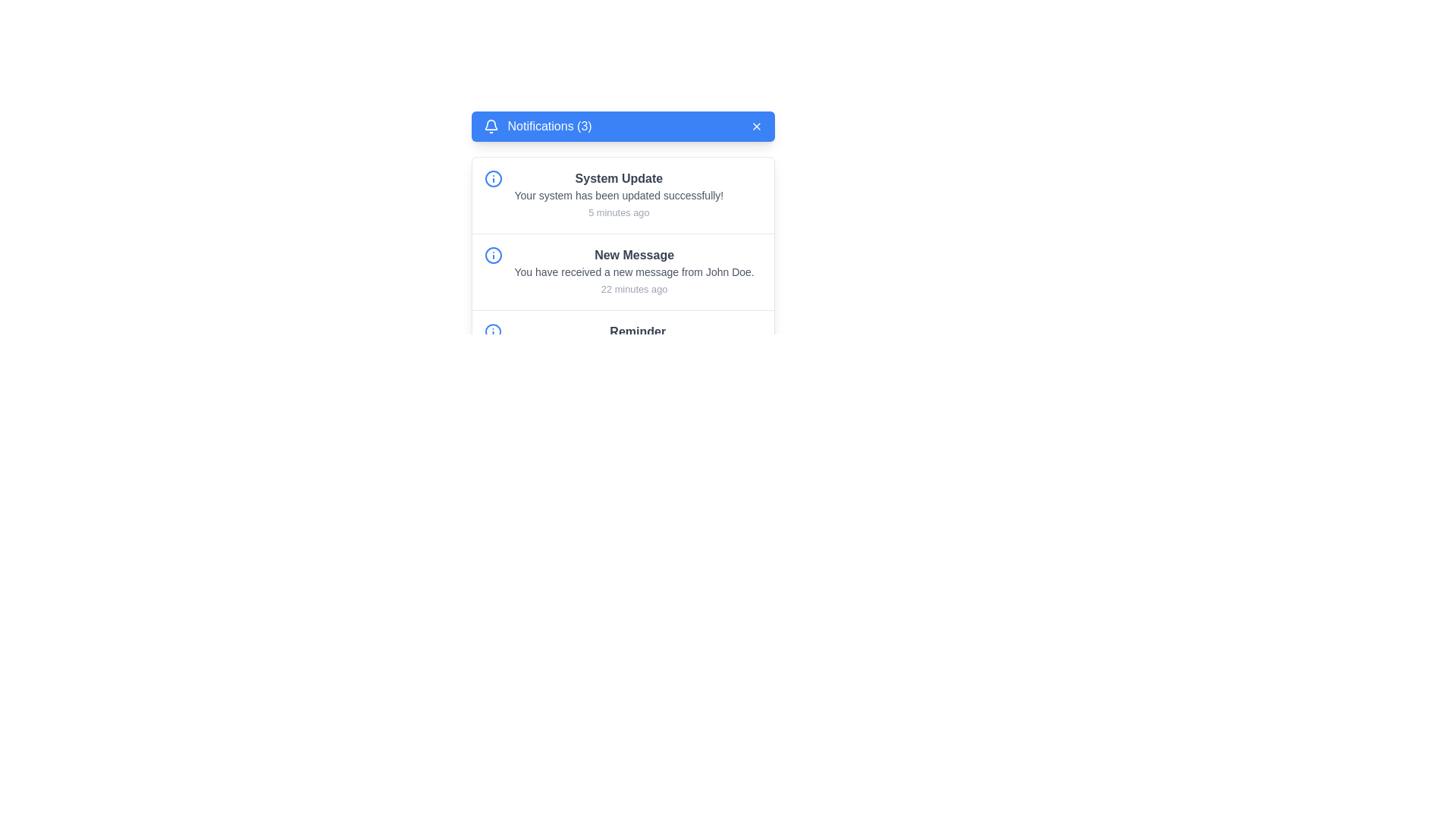 Image resolution: width=1456 pixels, height=819 pixels. Describe the element at coordinates (634, 289) in the screenshot. I see `the timestamp text label located in the second notification card titled 'New Message', which provides auxiliary detail for the user` at that location.